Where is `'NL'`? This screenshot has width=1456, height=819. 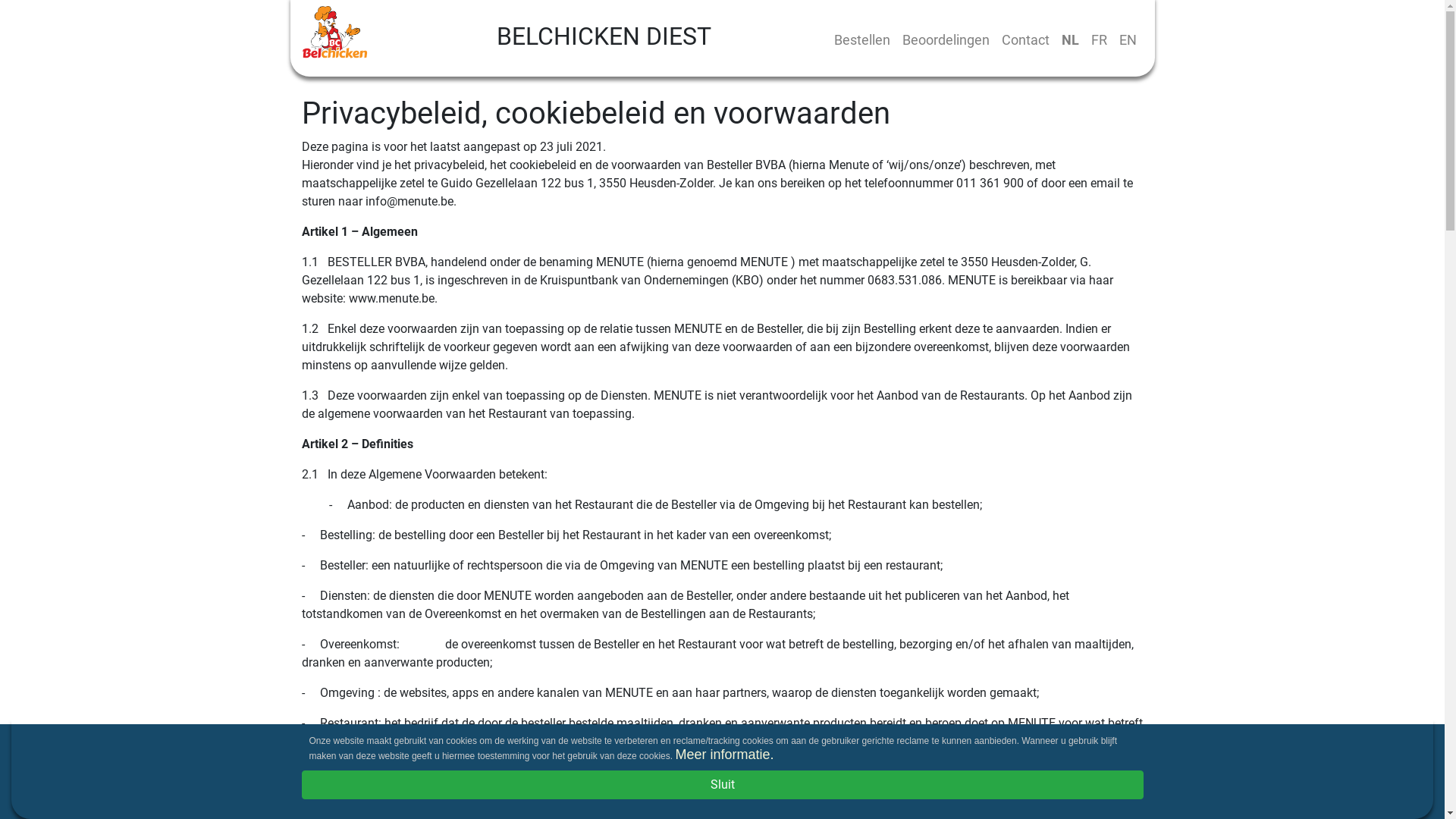 'NL' is located at coordinates (1069, 39).